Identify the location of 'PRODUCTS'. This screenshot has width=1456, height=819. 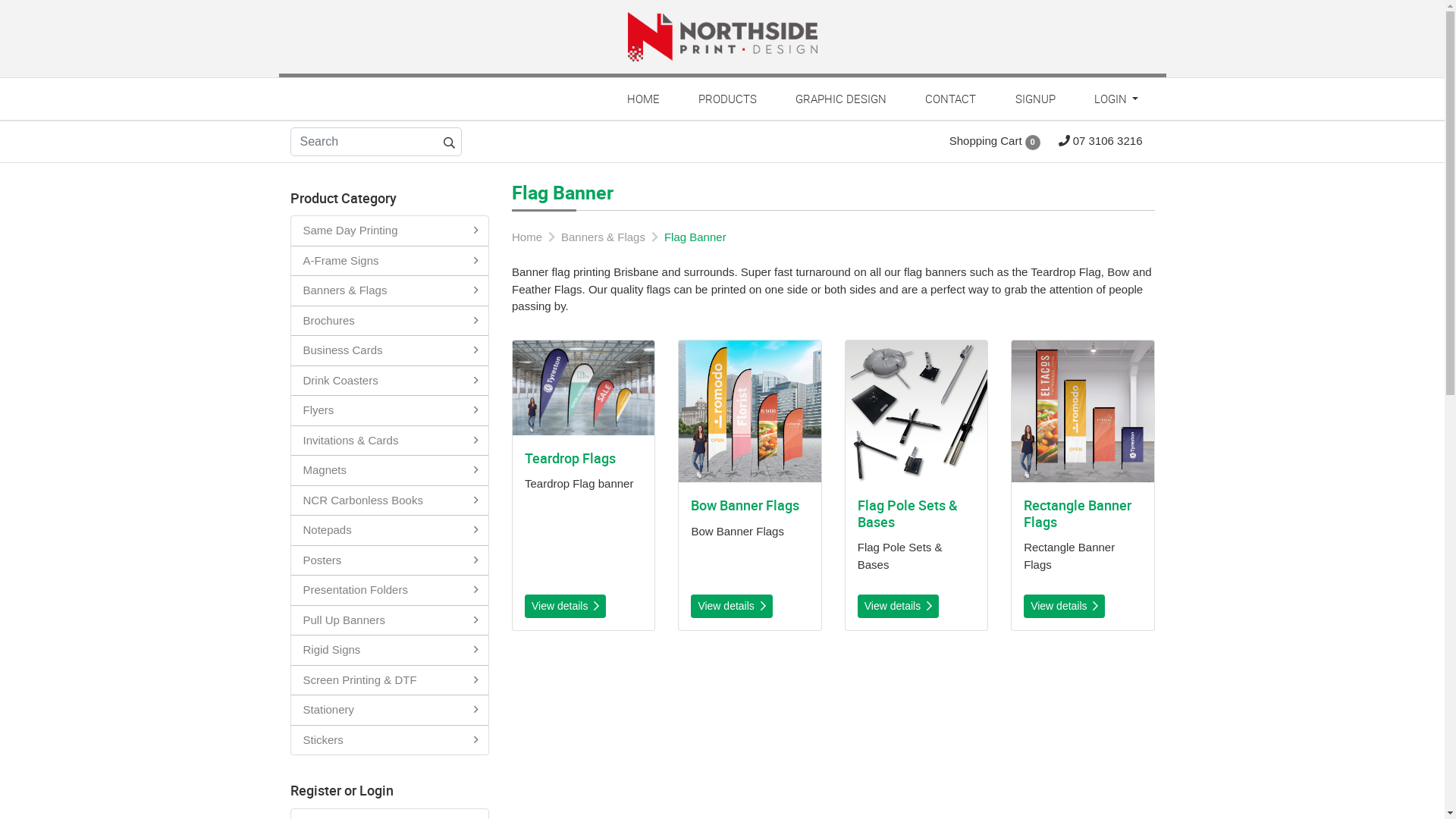
(726, 99).